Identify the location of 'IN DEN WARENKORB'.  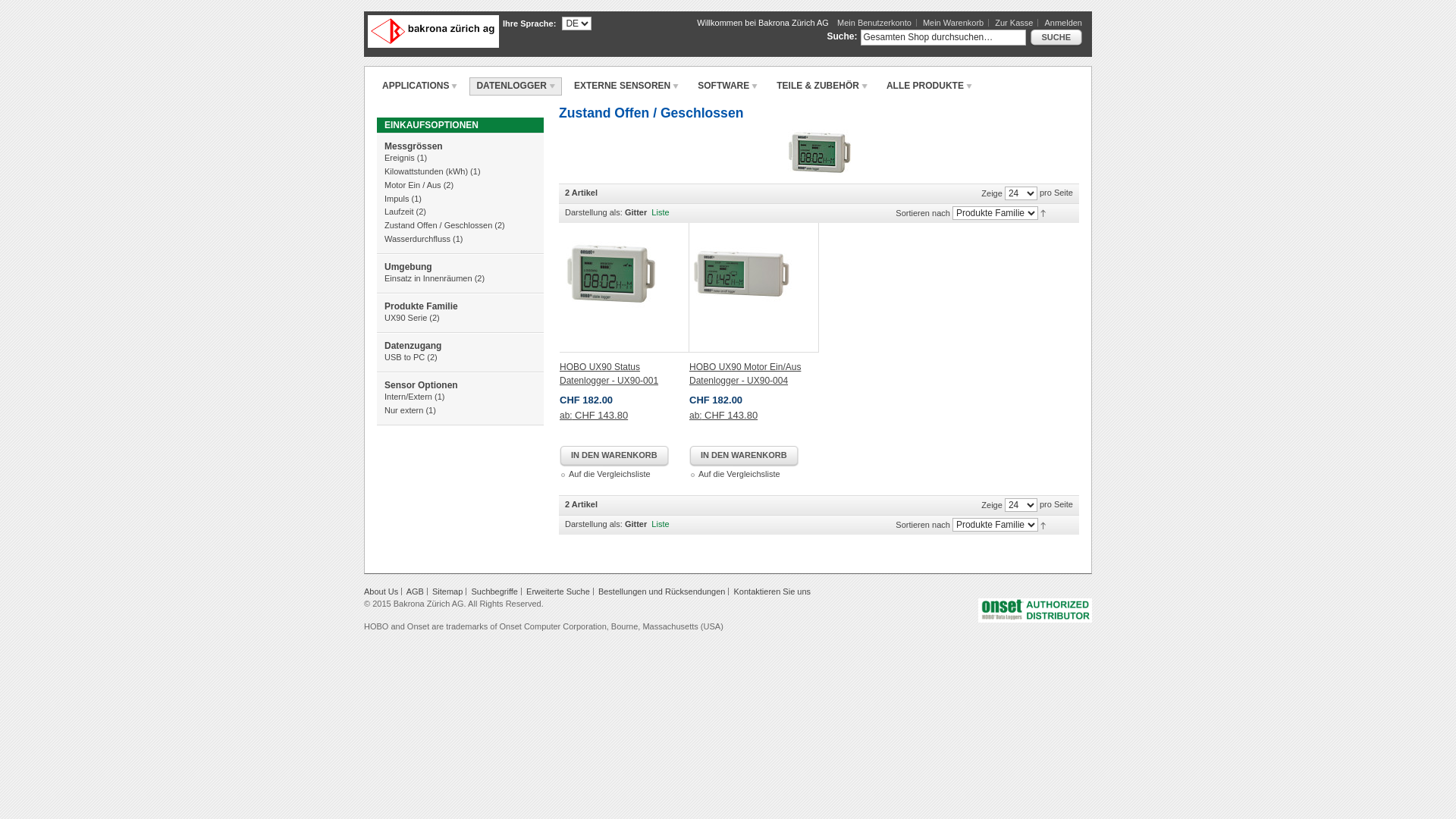
(559, 455).